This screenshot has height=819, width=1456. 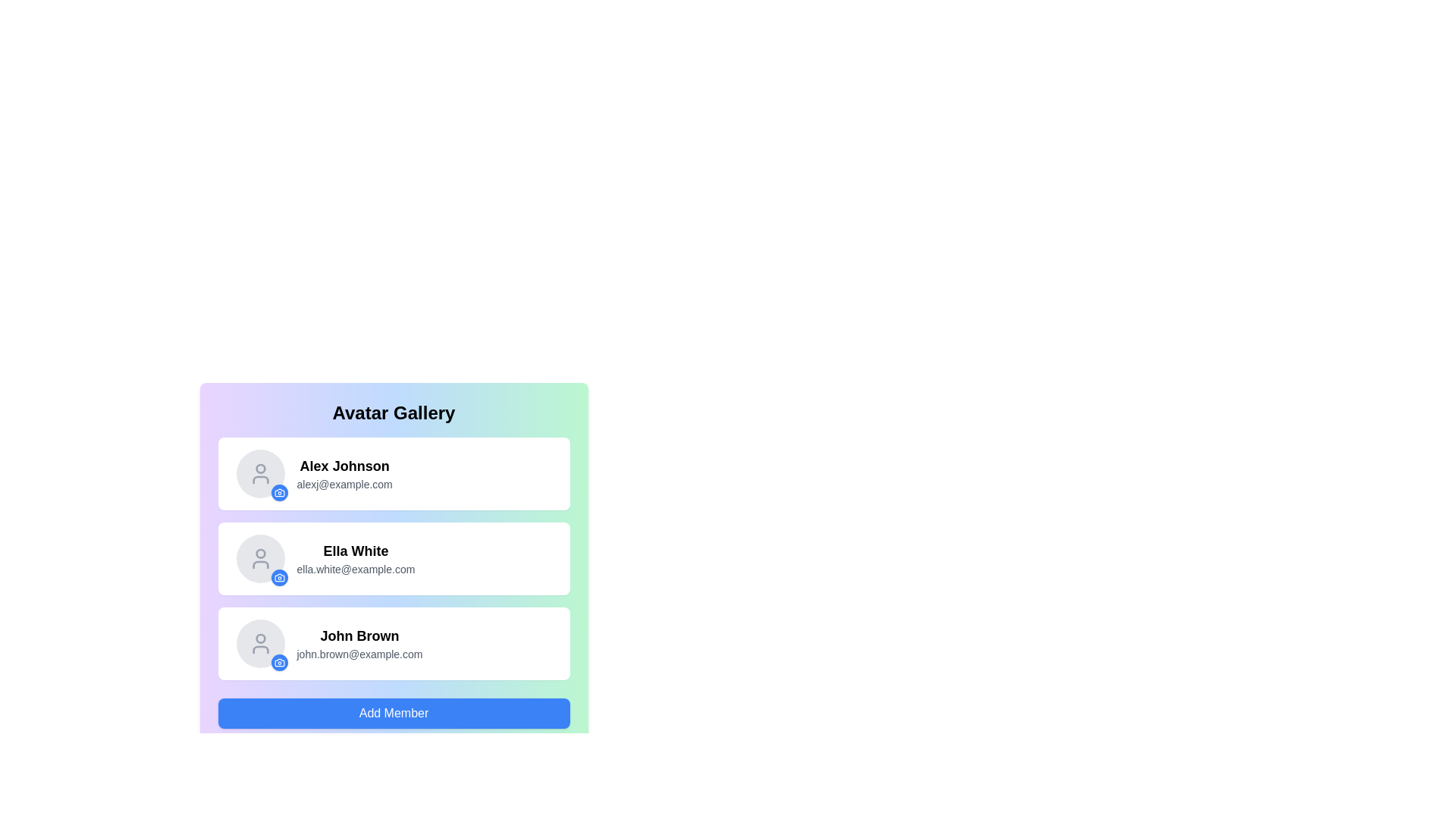 I want to click on the small circular button with an icon, so click(x=279, y=662).